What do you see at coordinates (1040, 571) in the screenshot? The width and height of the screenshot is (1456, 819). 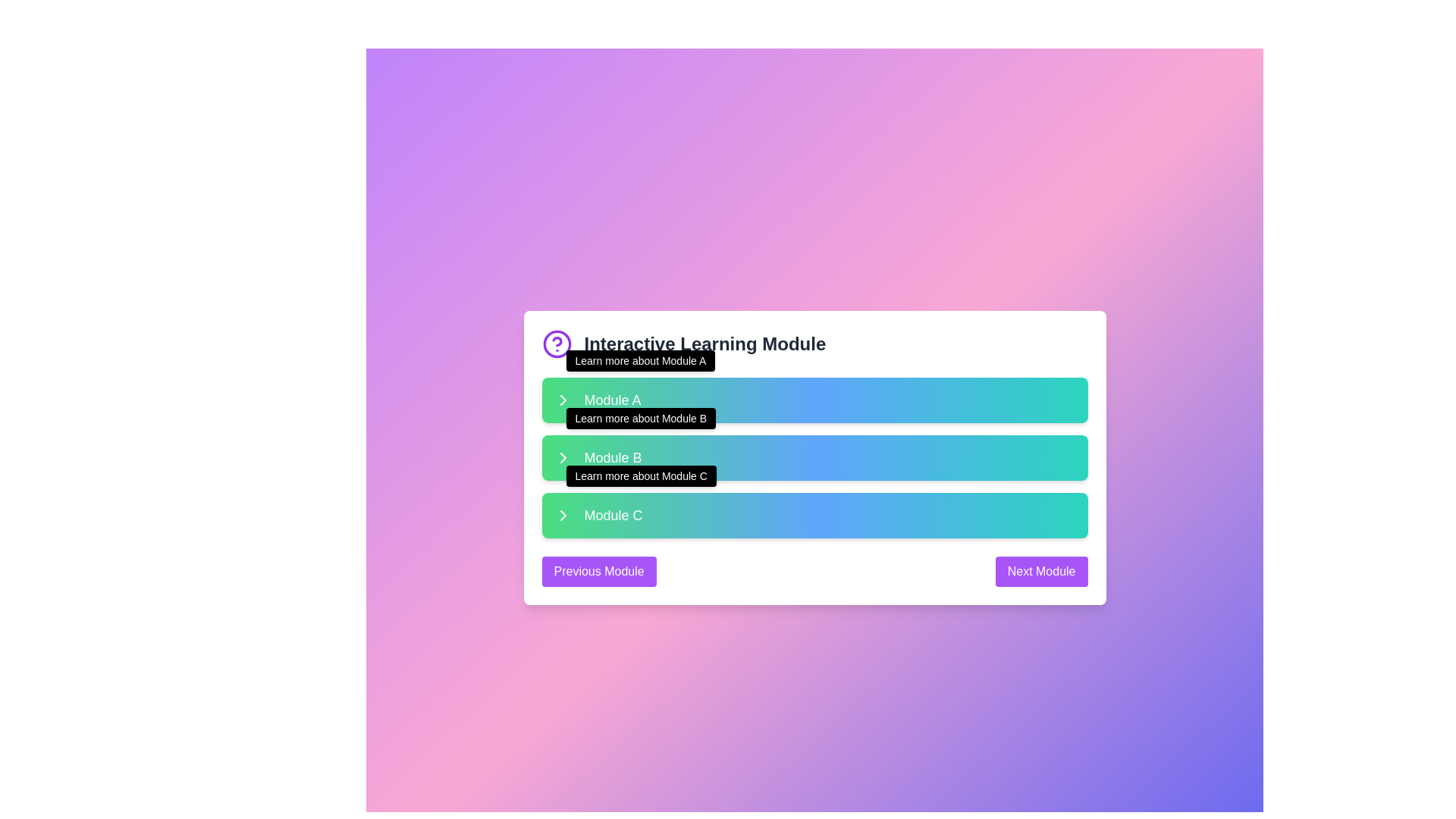 I see `the 'Next Module' button, which is a rectangular button with rounded corners, purple background, and white text, located in the lower-right part of the interface` at bounding box center [1040, 571].